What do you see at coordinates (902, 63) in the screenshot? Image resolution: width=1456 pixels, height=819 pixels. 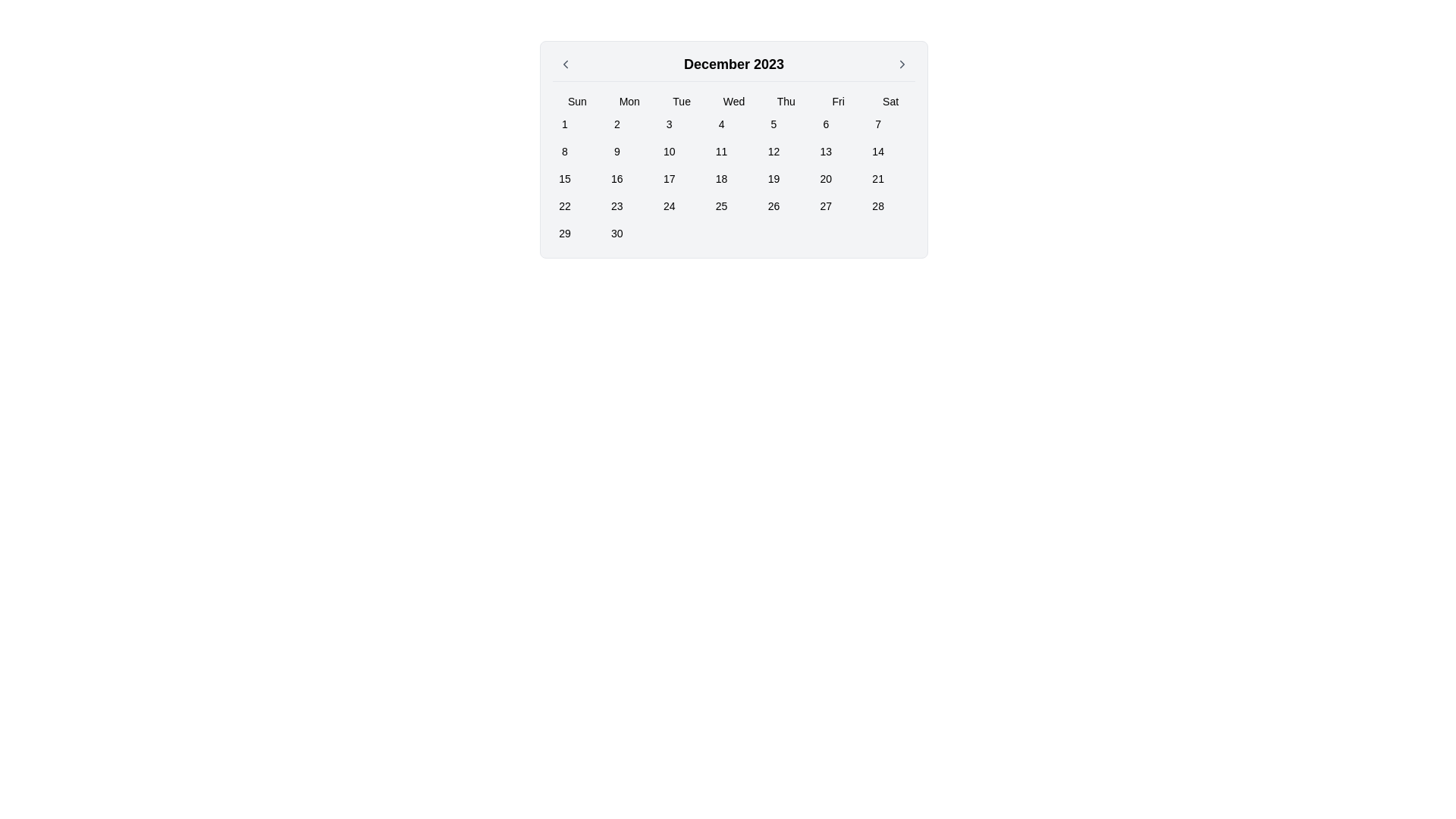 I see `the right-pointing navigation arrow icon adjacent to the heading 'December 2023'` at bounding box center [902, 63].